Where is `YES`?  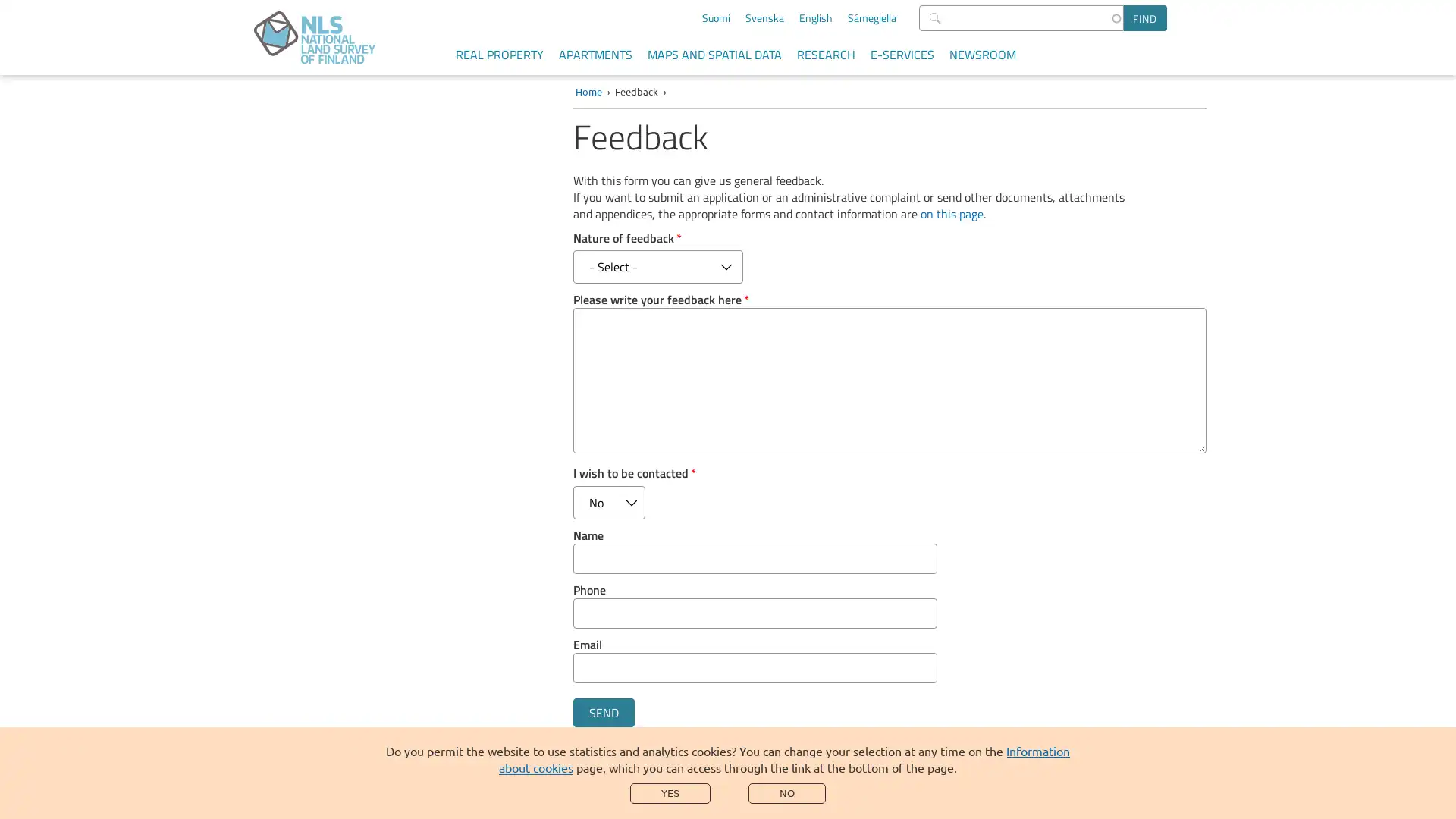 YES is located at coordinates (669, 792).